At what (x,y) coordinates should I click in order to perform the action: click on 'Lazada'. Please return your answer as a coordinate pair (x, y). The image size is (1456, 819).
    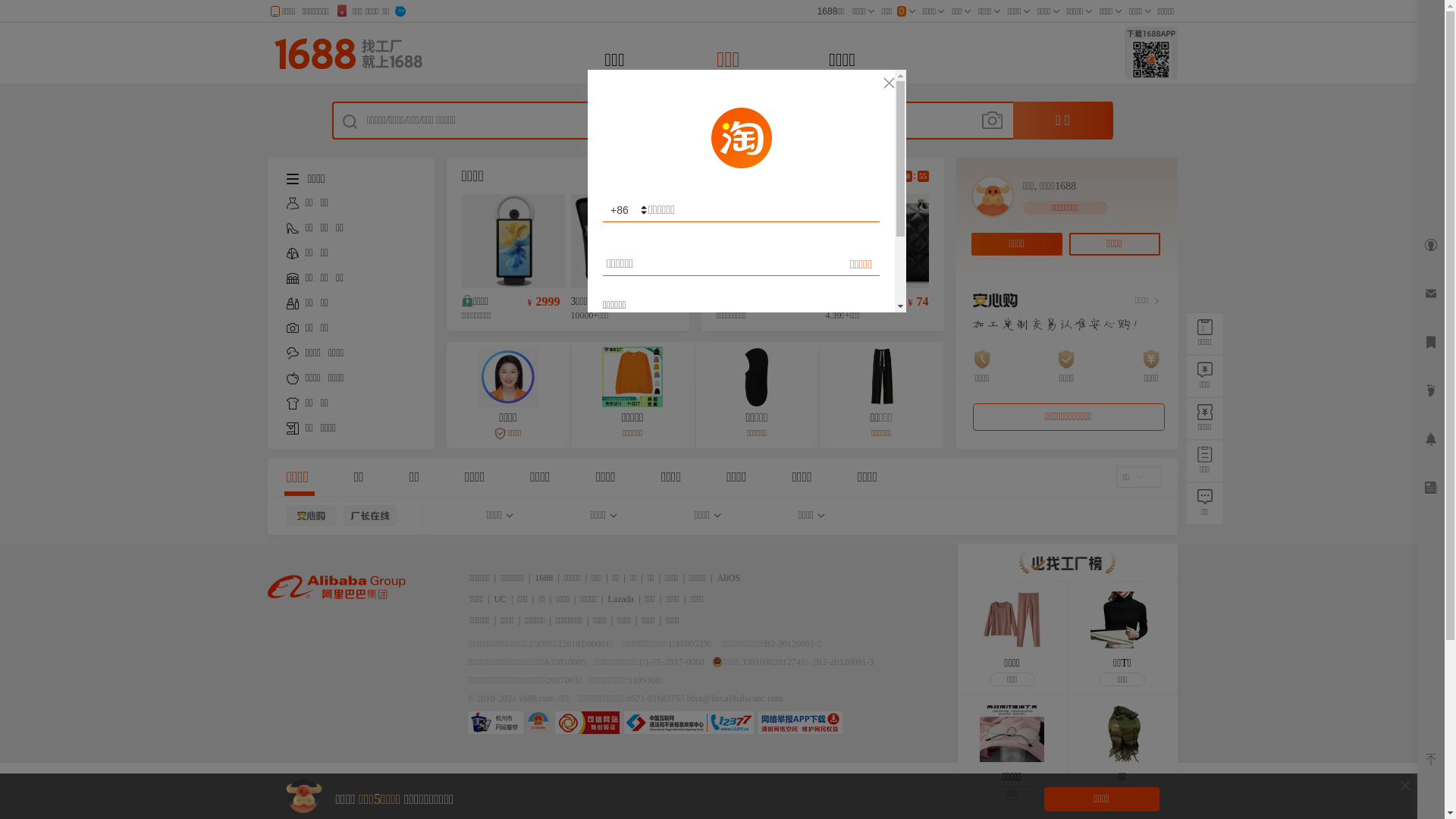
    Looking at the image, I should click on (621, 598).